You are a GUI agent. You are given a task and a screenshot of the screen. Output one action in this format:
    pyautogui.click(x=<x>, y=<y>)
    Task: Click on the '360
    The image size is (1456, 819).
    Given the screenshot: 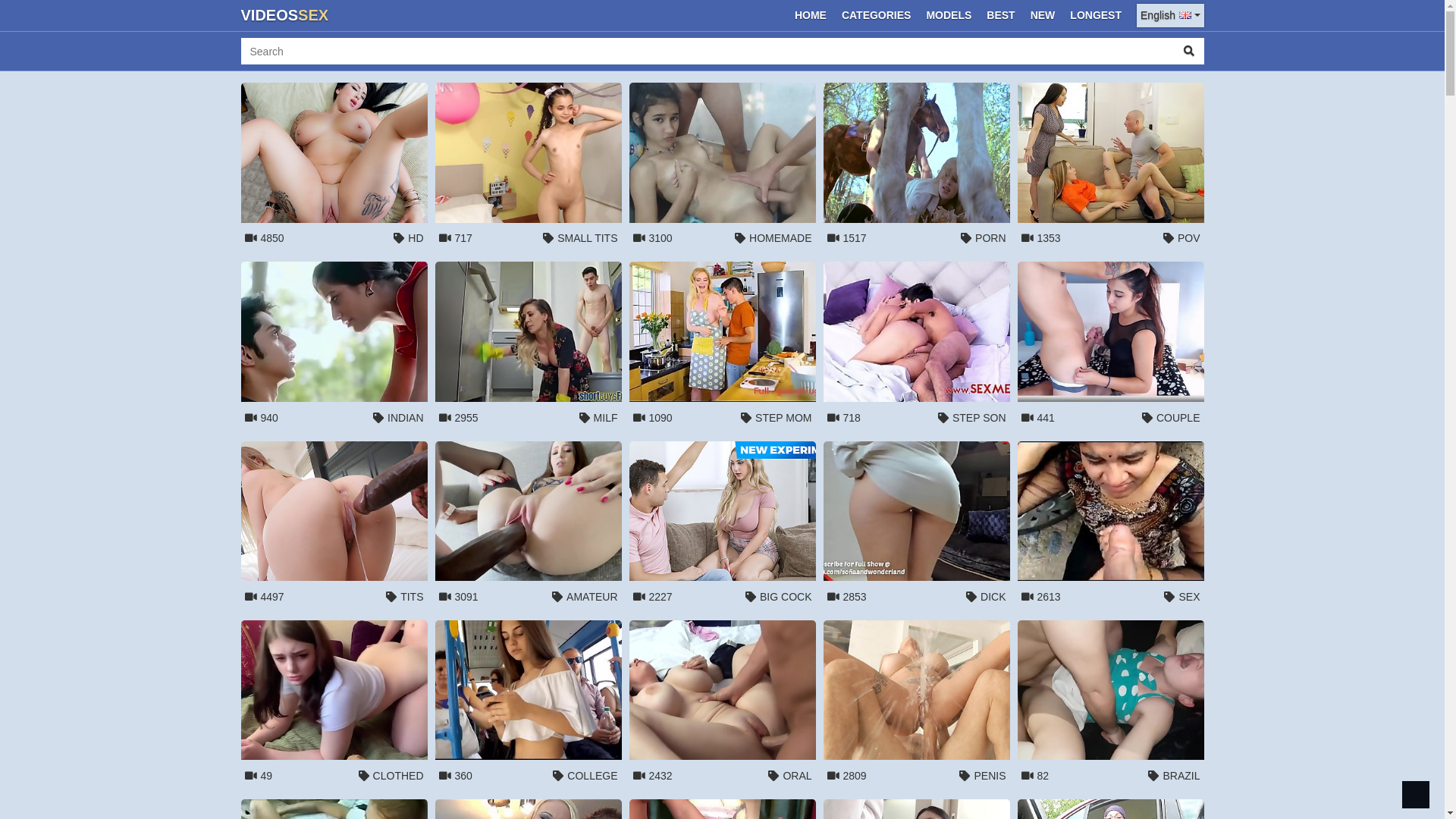 What is the action you would take?
    pyautogui.click(x=528, y=705)
    